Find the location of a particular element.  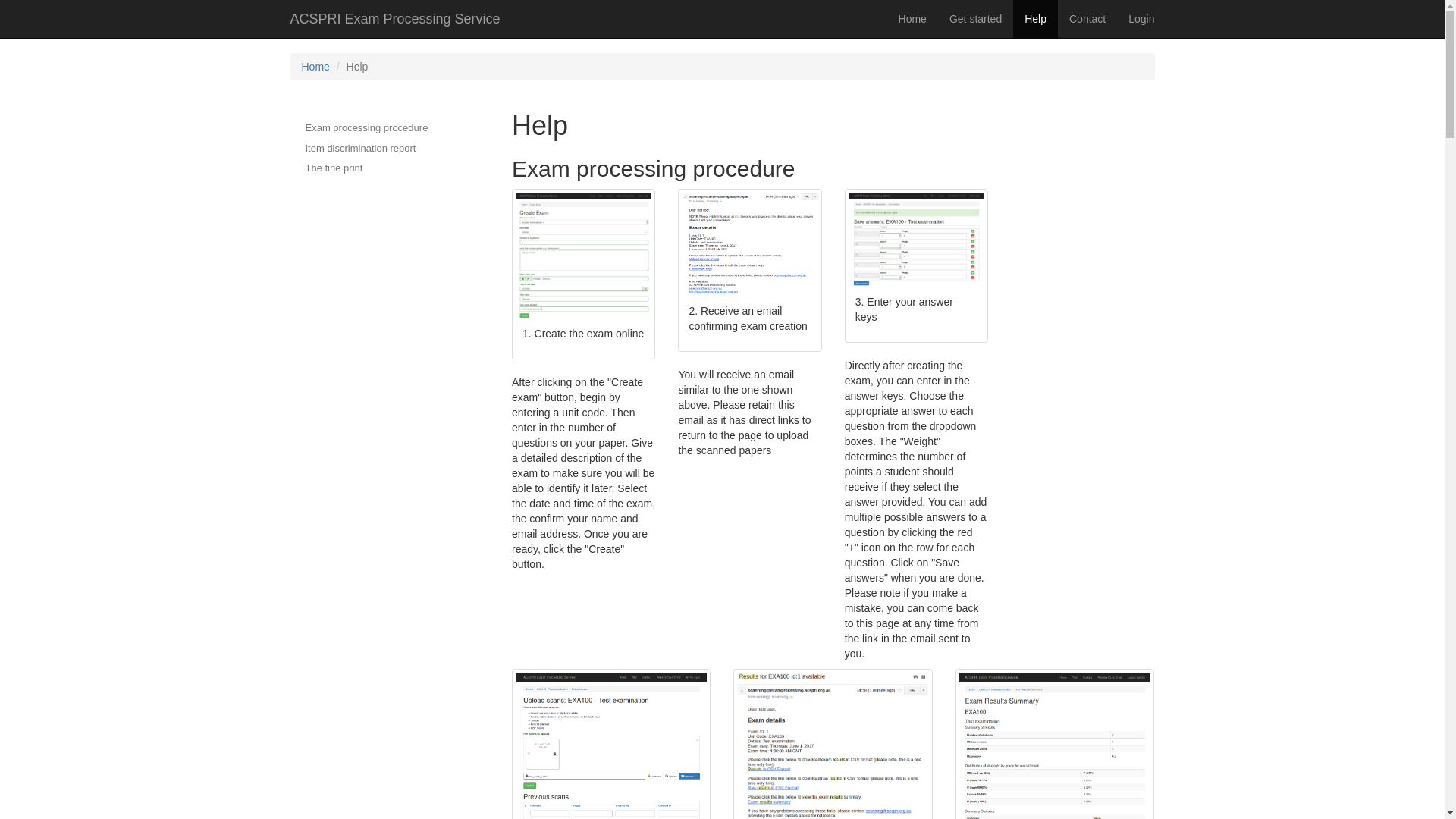

'Item discrimination report' is located at coordinates (290, 149).